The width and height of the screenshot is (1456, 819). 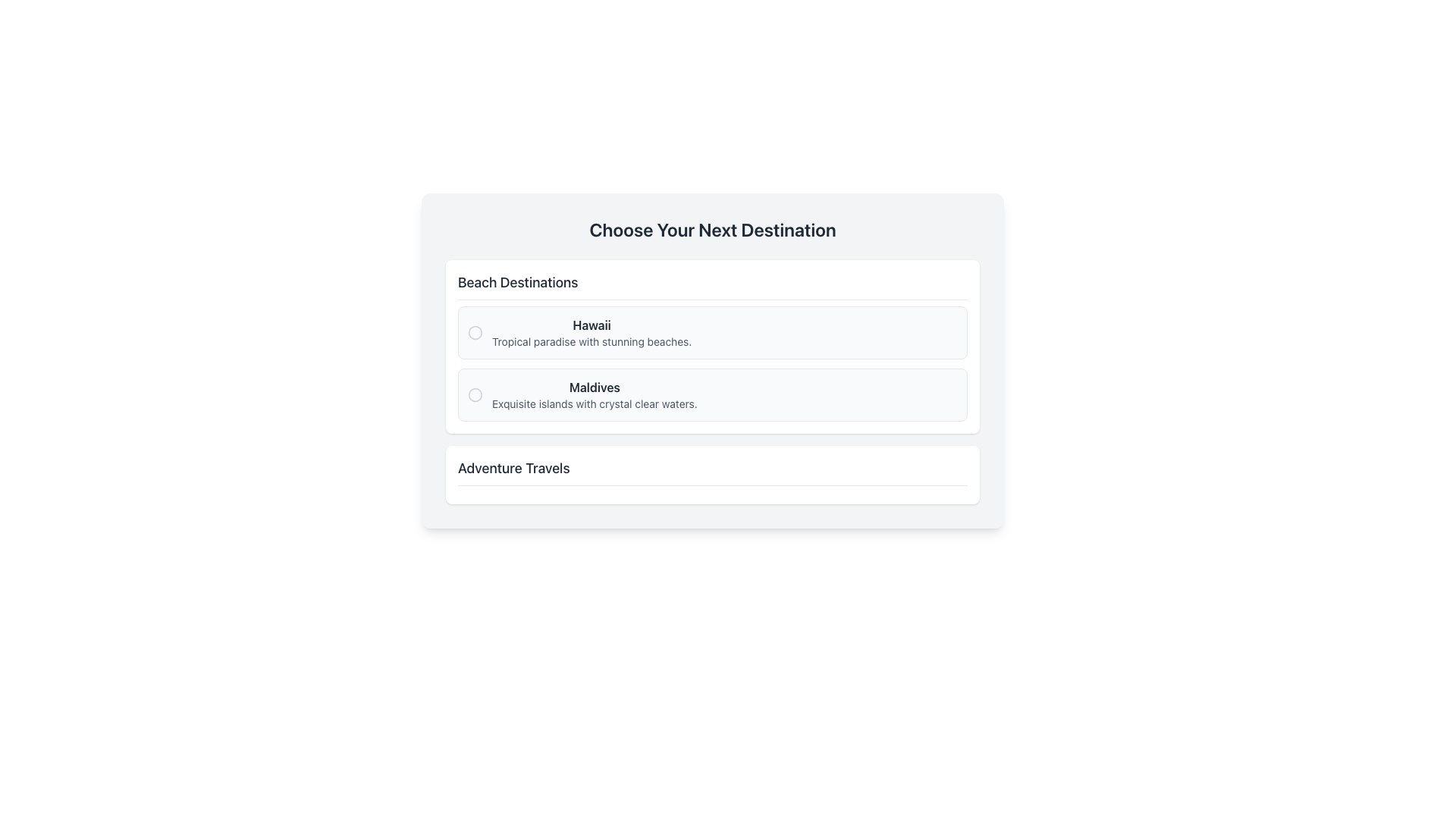 I want to click on the unselected radio button for the 'Maldives' option in the 'Beach Destinations' section, so click(x=475, y=394).